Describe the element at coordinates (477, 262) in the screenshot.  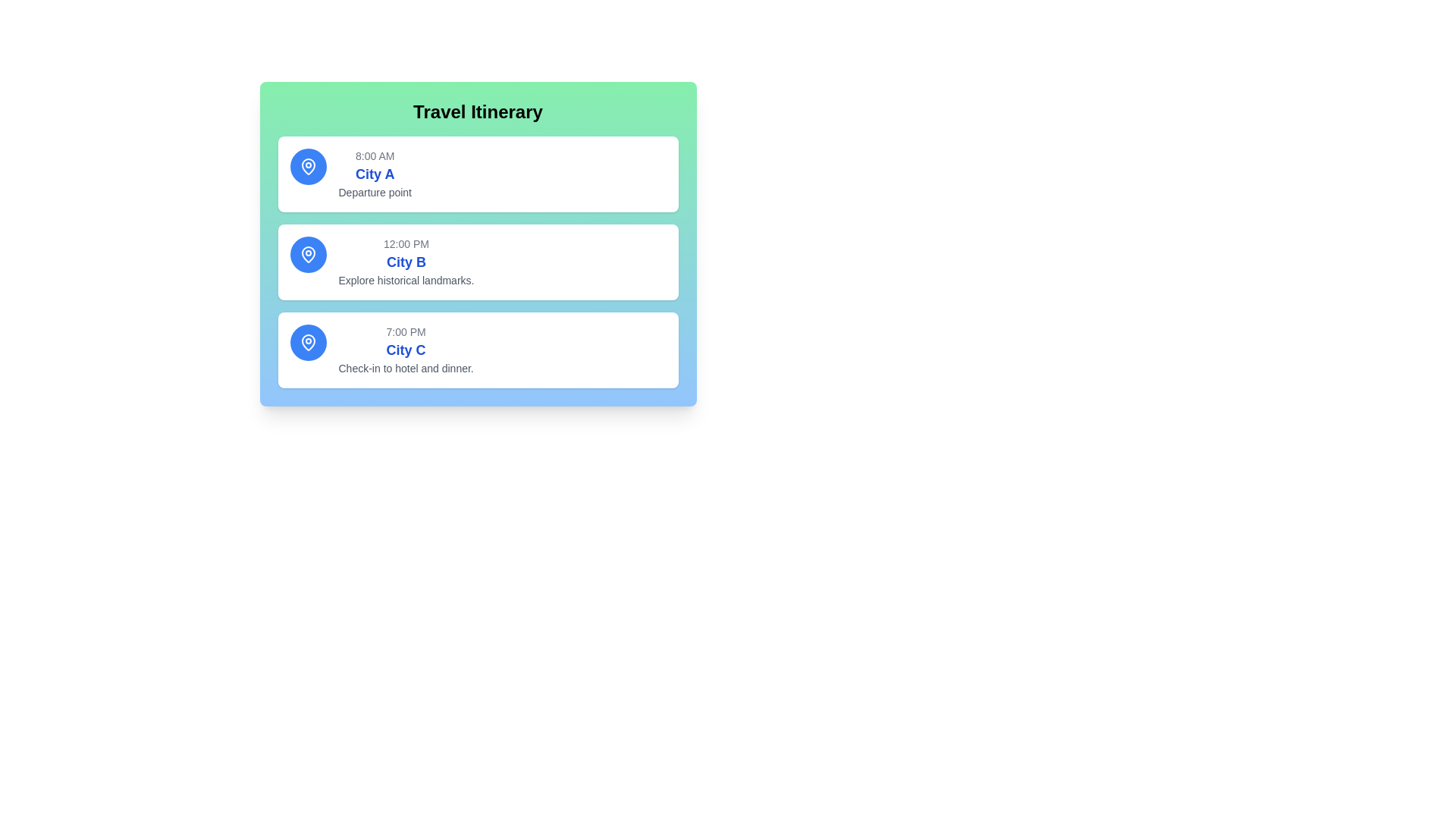
I see `the second Card item in the vertical list under 'Travel Itinerary'` at that location.